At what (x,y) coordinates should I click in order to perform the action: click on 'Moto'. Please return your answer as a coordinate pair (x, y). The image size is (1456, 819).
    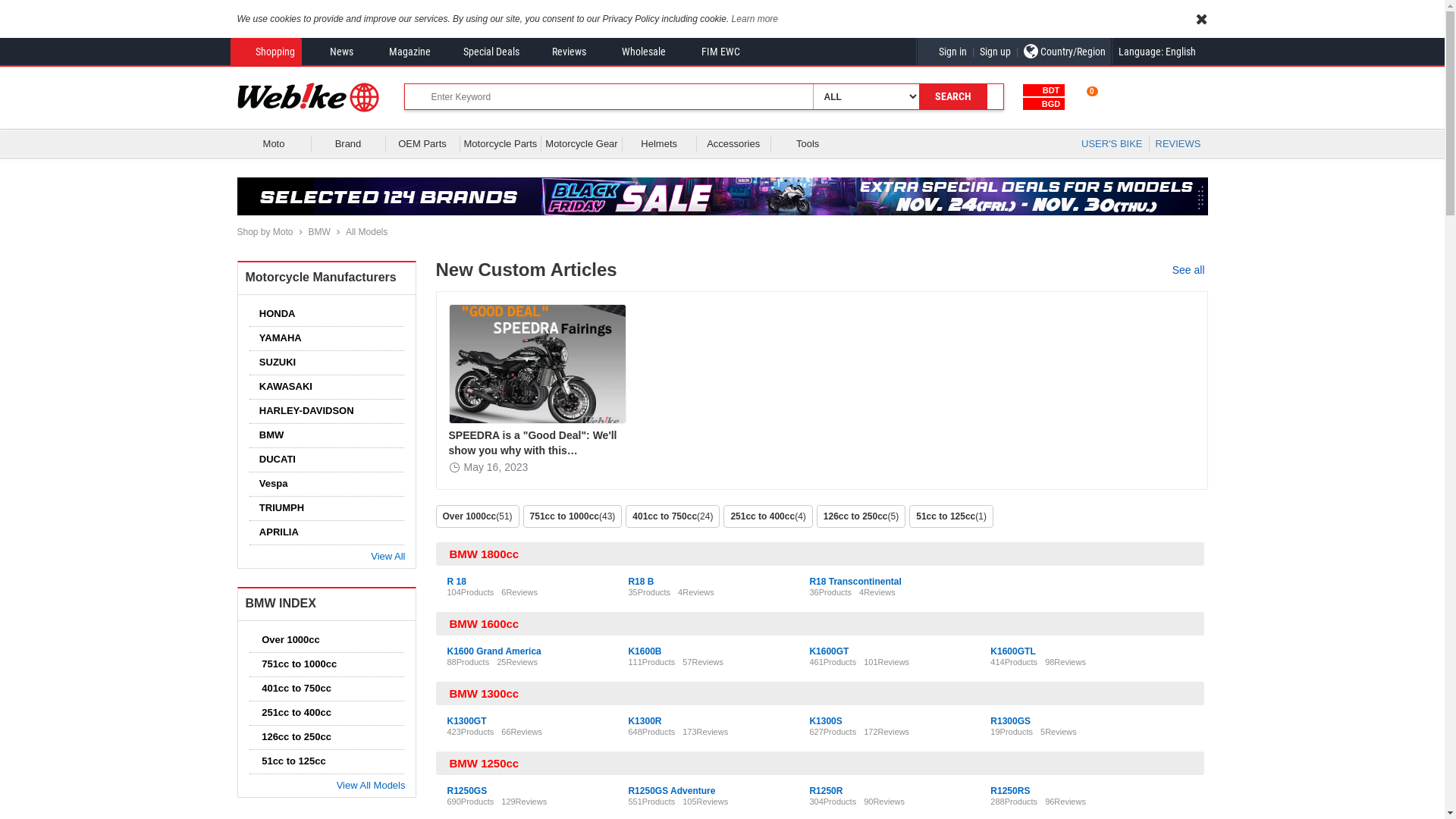
    Looking at the image, I should click on (274, 143).